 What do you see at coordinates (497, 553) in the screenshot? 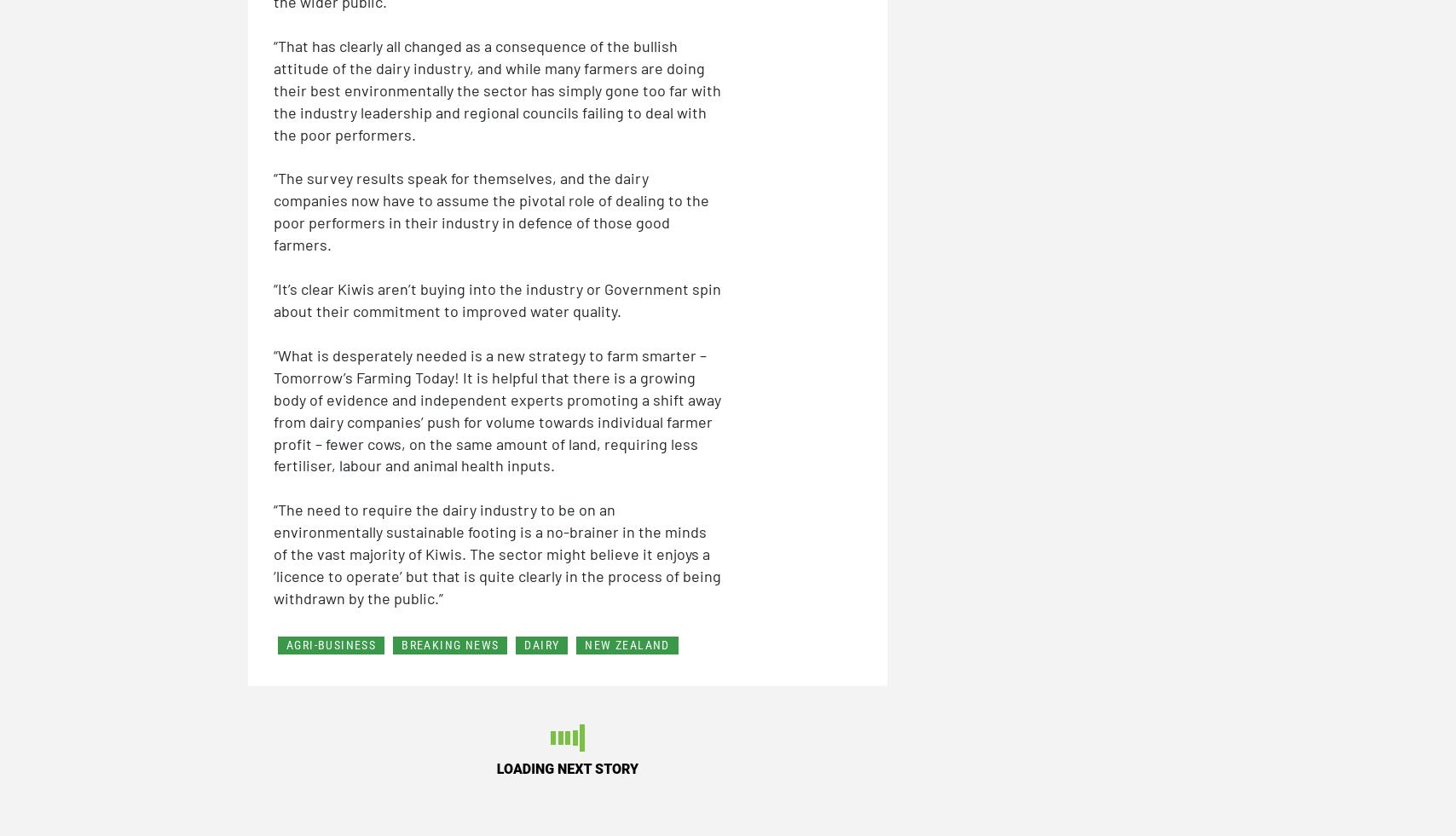
I see `'“The need to require the dairy industry to be on an environmentally sustainable footing is a no-brainer in the minds of the vast majority of Kiwis. The sector might believe it enjoys a ‘licence to operate’ but that is quite clearly in the process of being withdrawn by the public.”'` at bounding box center [497, 553].